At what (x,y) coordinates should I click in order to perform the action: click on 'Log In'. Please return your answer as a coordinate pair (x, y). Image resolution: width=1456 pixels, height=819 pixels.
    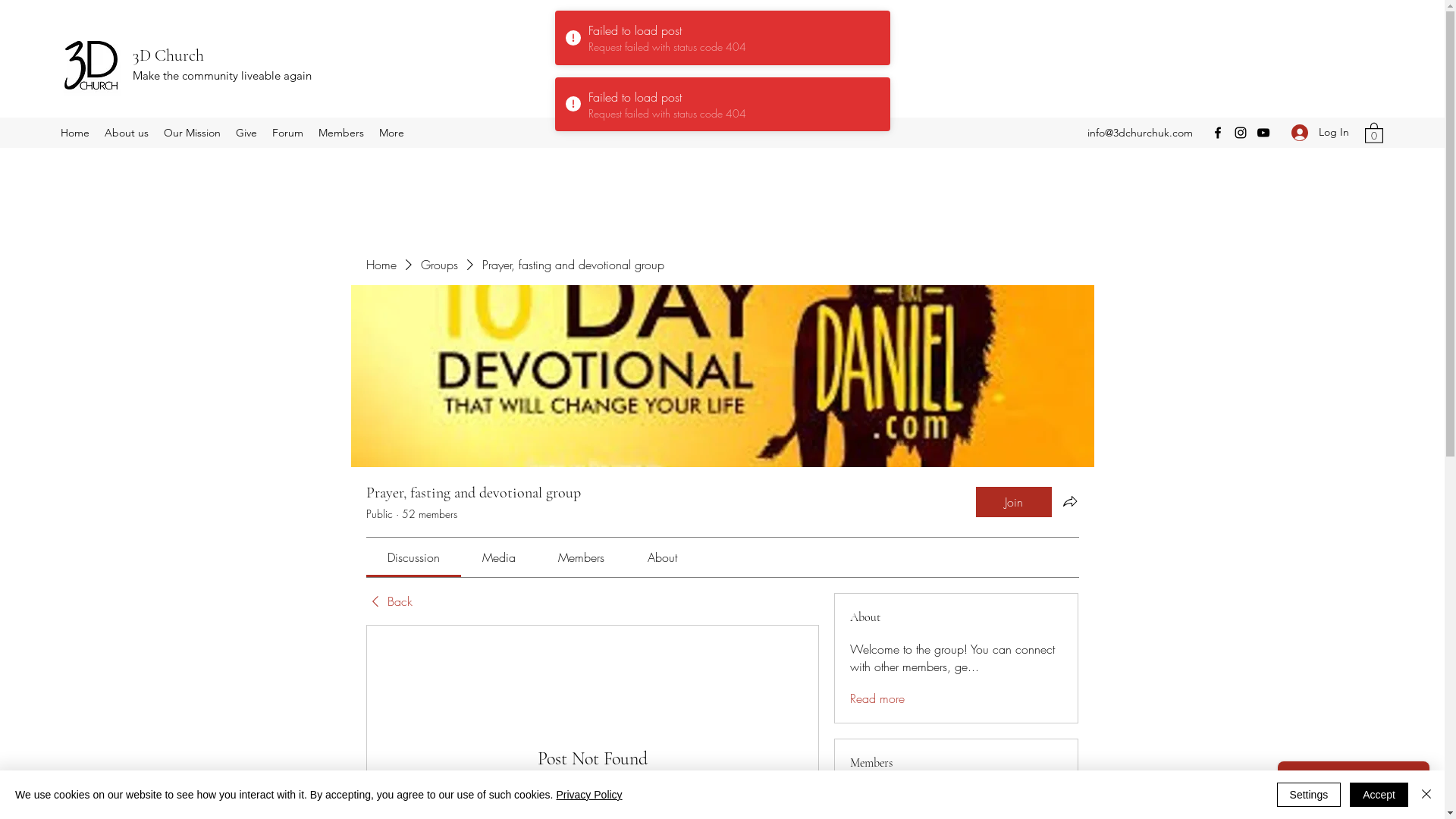
    Looking at the image, I should click on (1319, 131).